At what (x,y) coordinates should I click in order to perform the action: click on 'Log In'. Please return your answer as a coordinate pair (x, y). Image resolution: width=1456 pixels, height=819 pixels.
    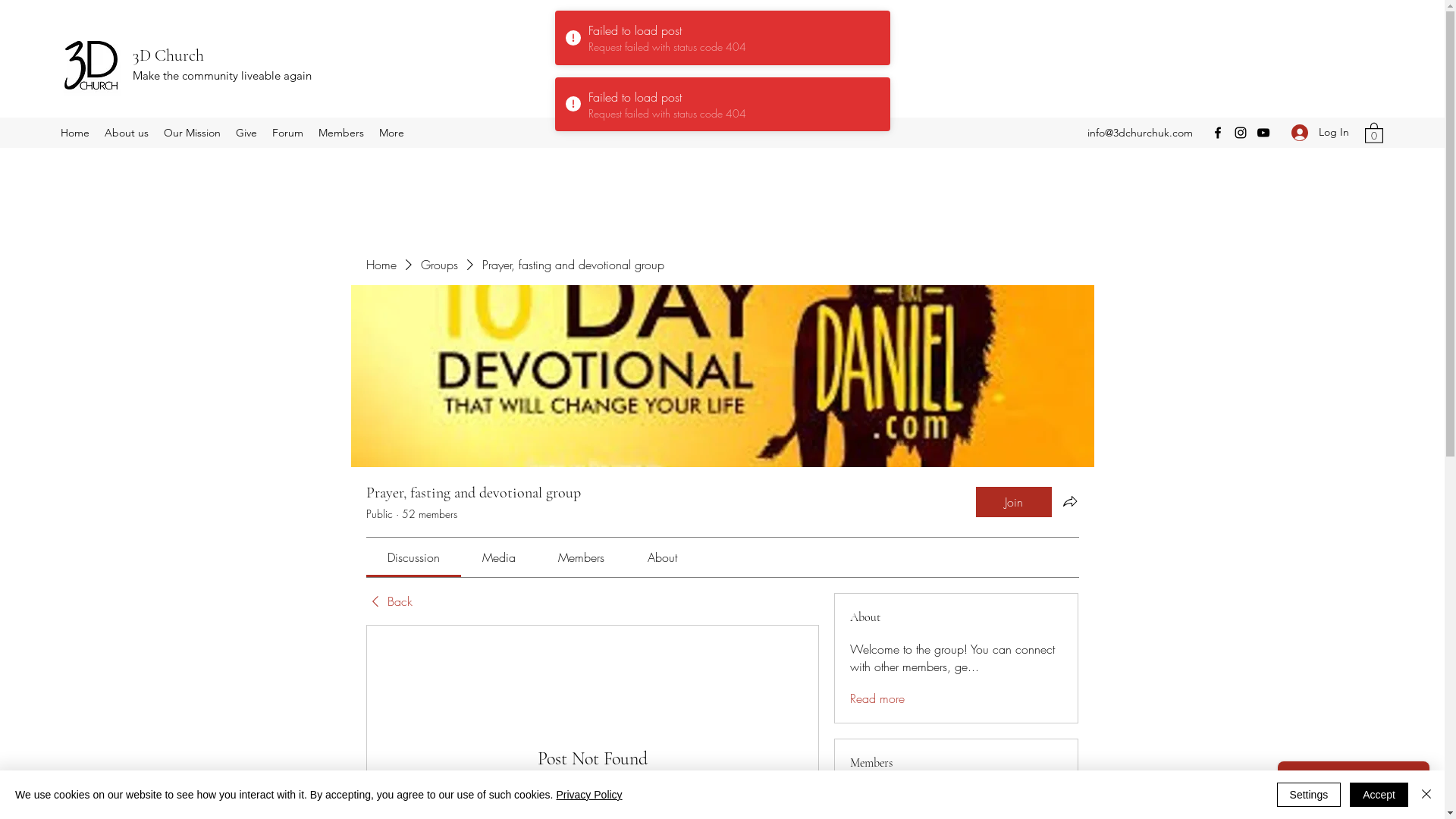
    Looking at the image, I should click on (1319, 131).